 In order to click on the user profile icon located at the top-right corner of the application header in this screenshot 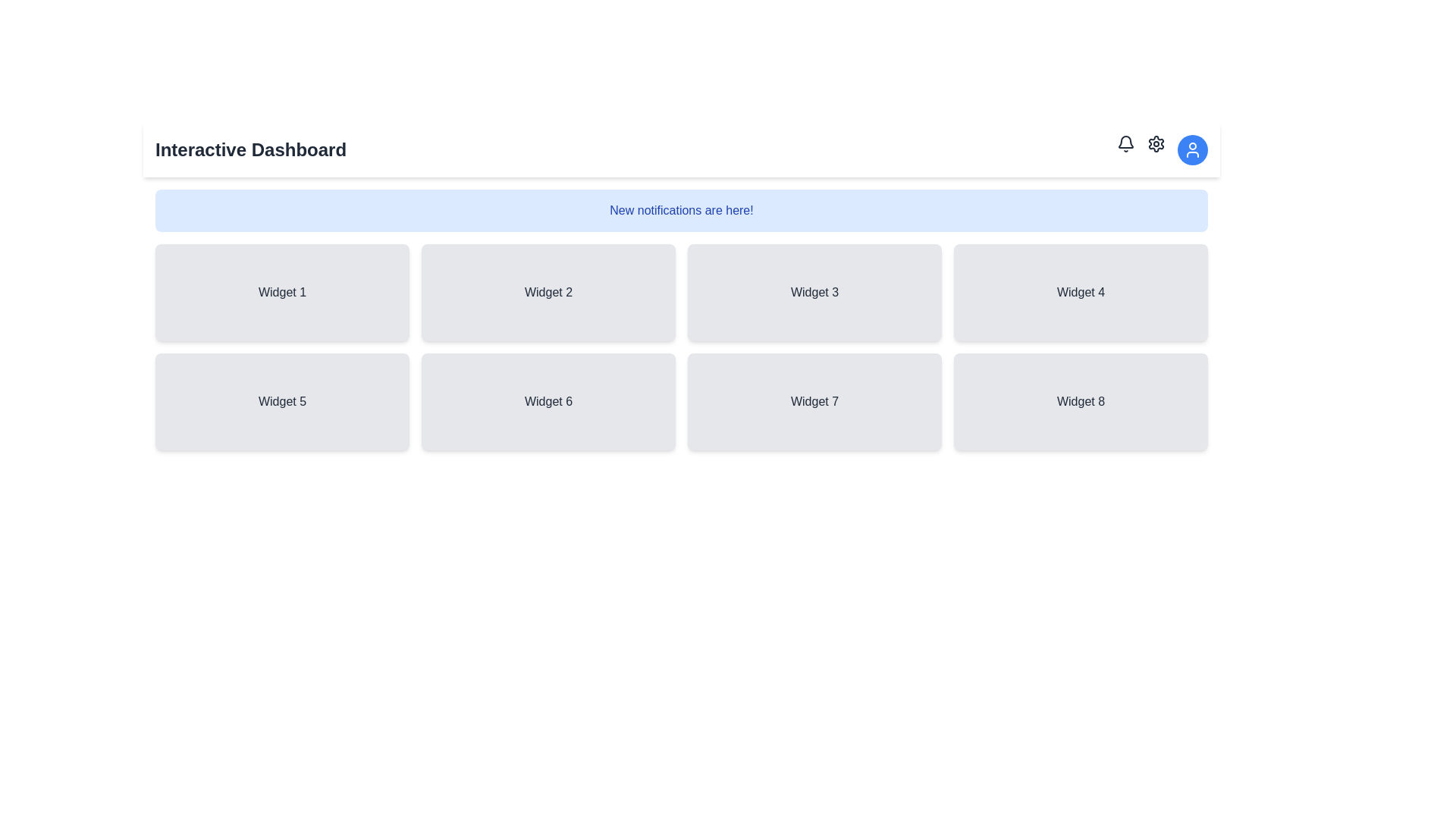, I will do `click(1192, 149)`.